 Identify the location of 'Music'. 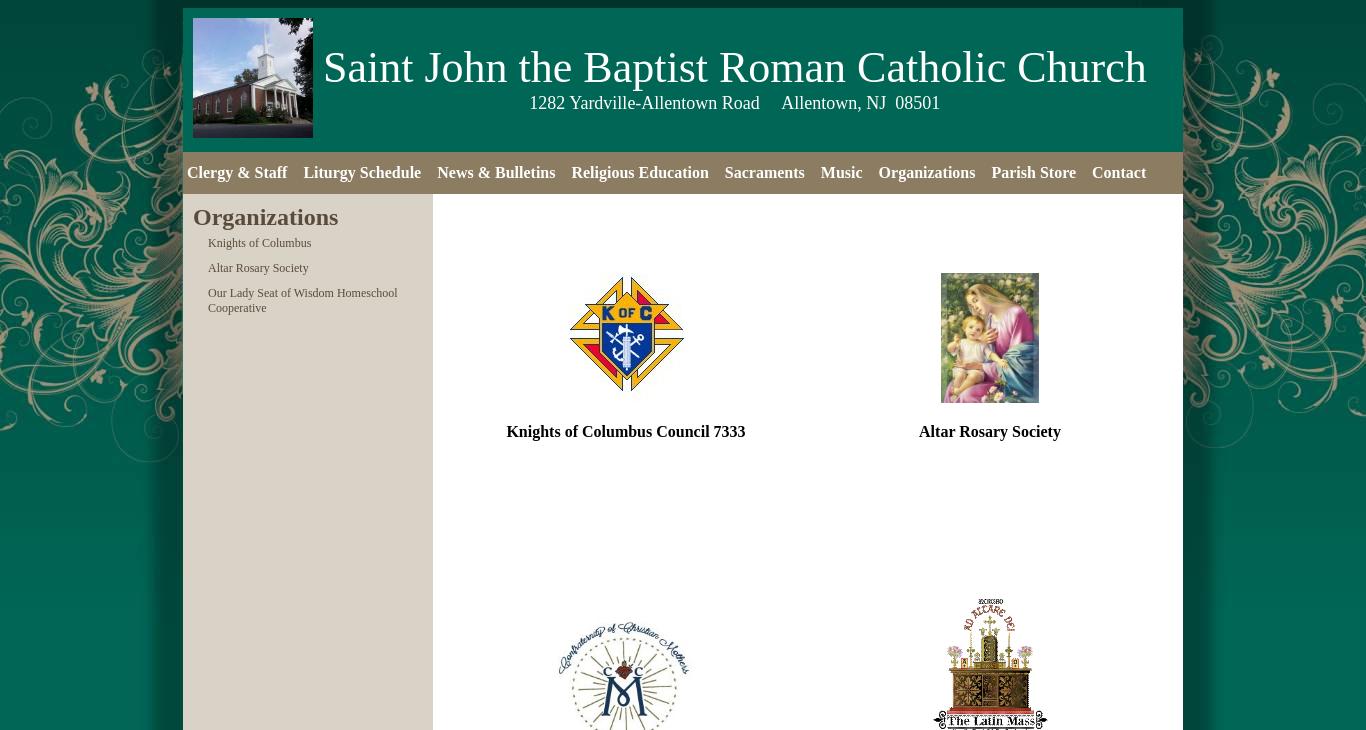
(840, 171).